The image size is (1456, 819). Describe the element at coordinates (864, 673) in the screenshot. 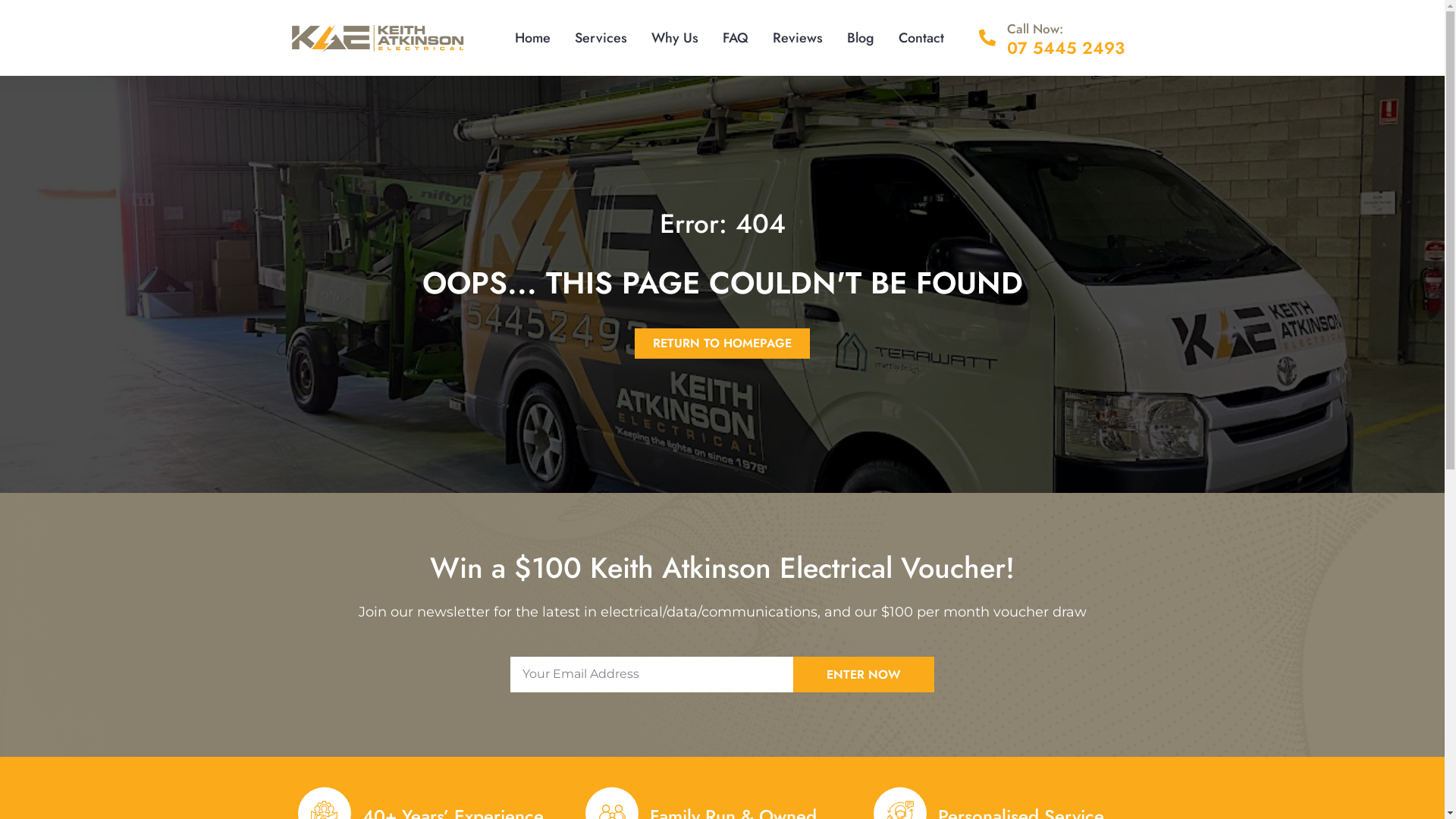

I see `'ENTER NOW'` at that location.